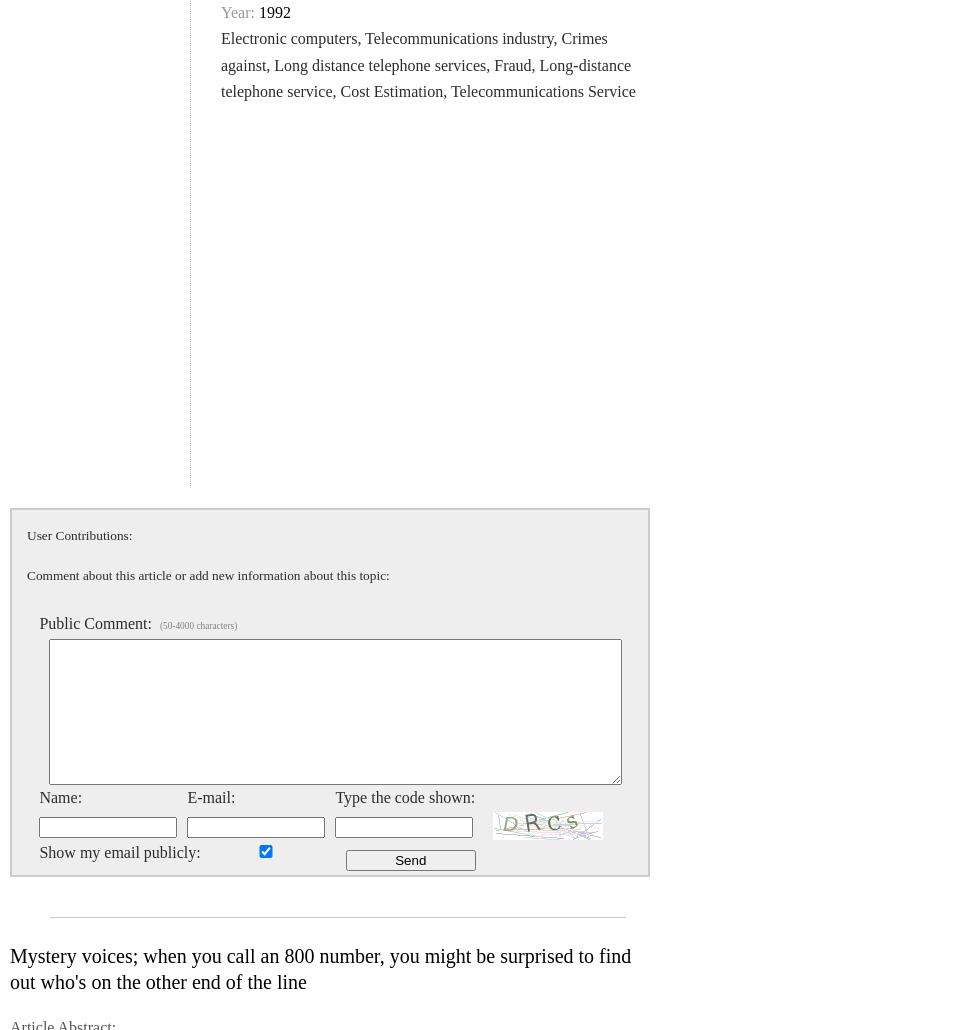 Image resolution: width=980 pixels, height=1030 pixels. Describe the element at coordinates (119, 851) in the screenshot. I see `'Show my email publicly:'` at that location.